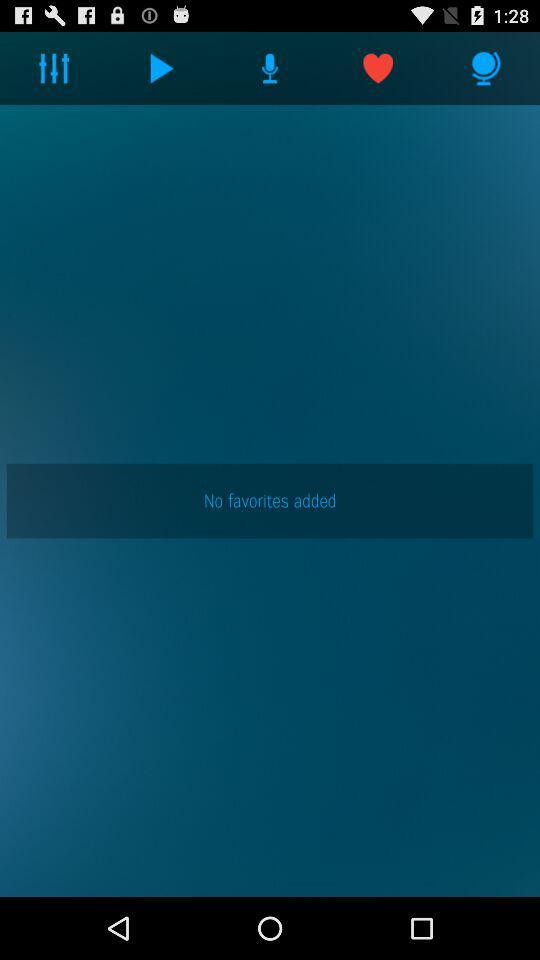  What do you see at coordinates (161, 72) in the screenshot?
I see `the play icon` at bounding box center [161, 72].